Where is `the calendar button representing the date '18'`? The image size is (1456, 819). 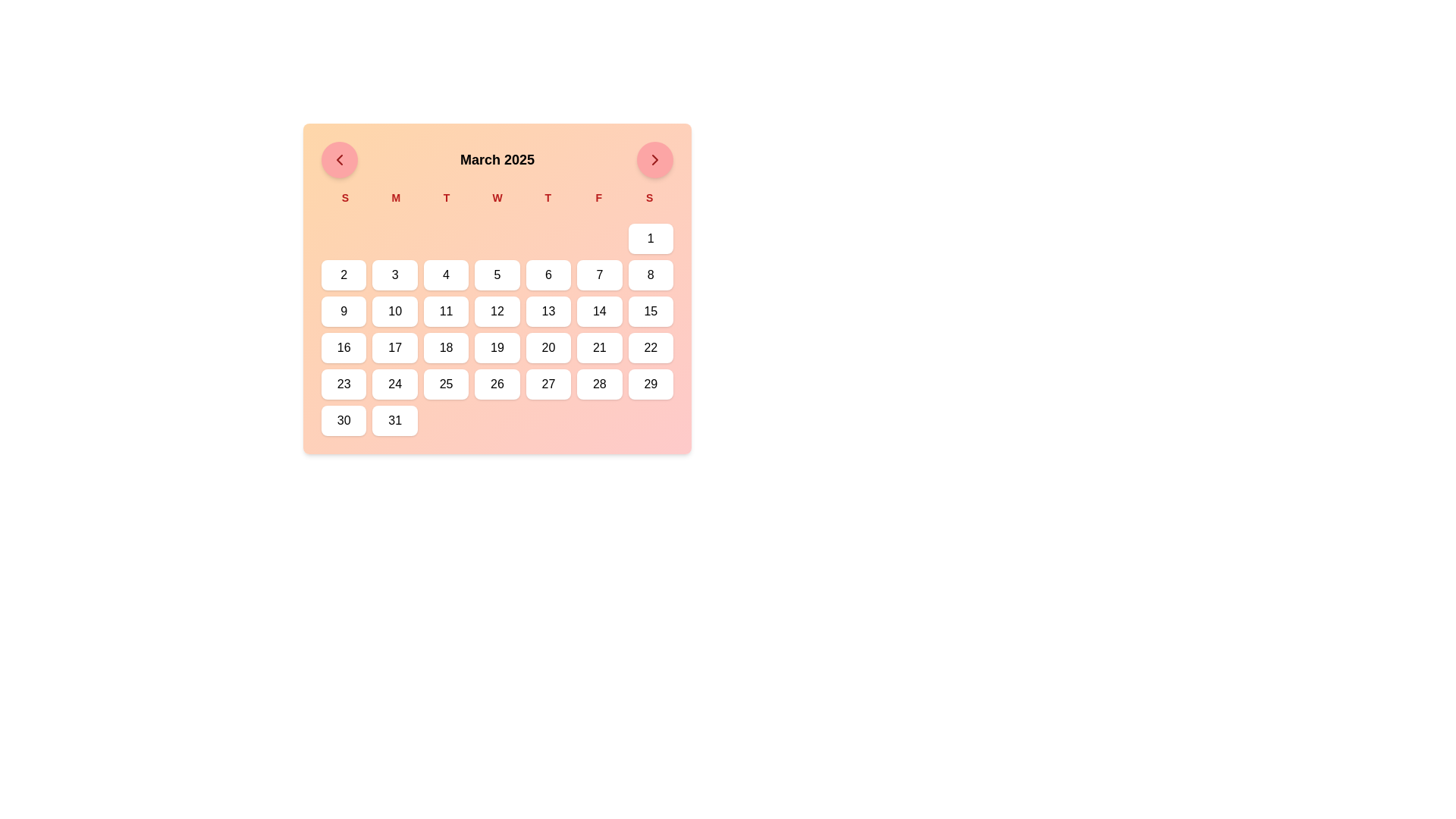
the calendar button representing the date '18' is located at coordinates (445, 348).